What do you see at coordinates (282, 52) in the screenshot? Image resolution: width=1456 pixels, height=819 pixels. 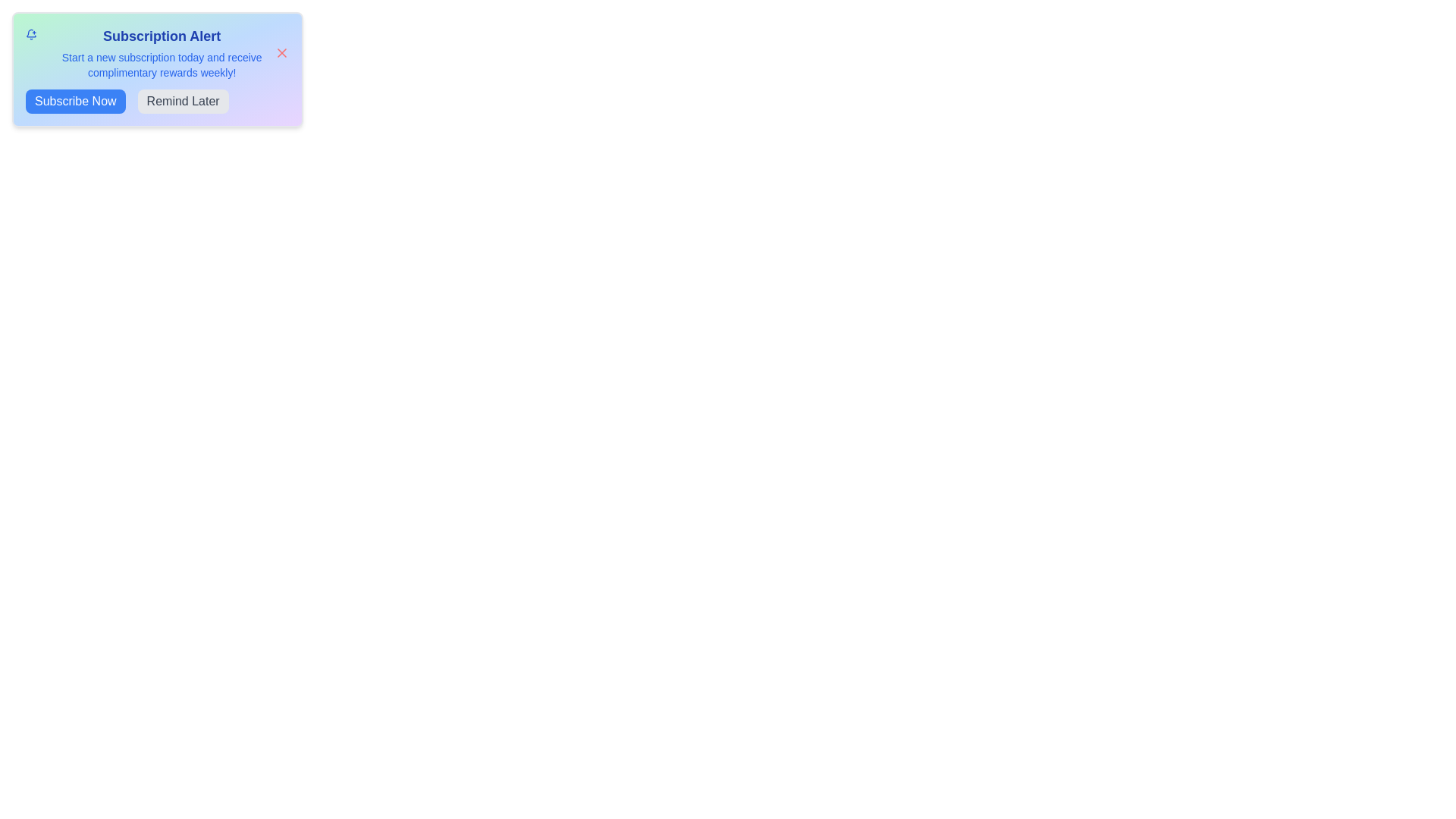 I see `the close button (X) to dismiss the alert` at bounding box center [282, 52].